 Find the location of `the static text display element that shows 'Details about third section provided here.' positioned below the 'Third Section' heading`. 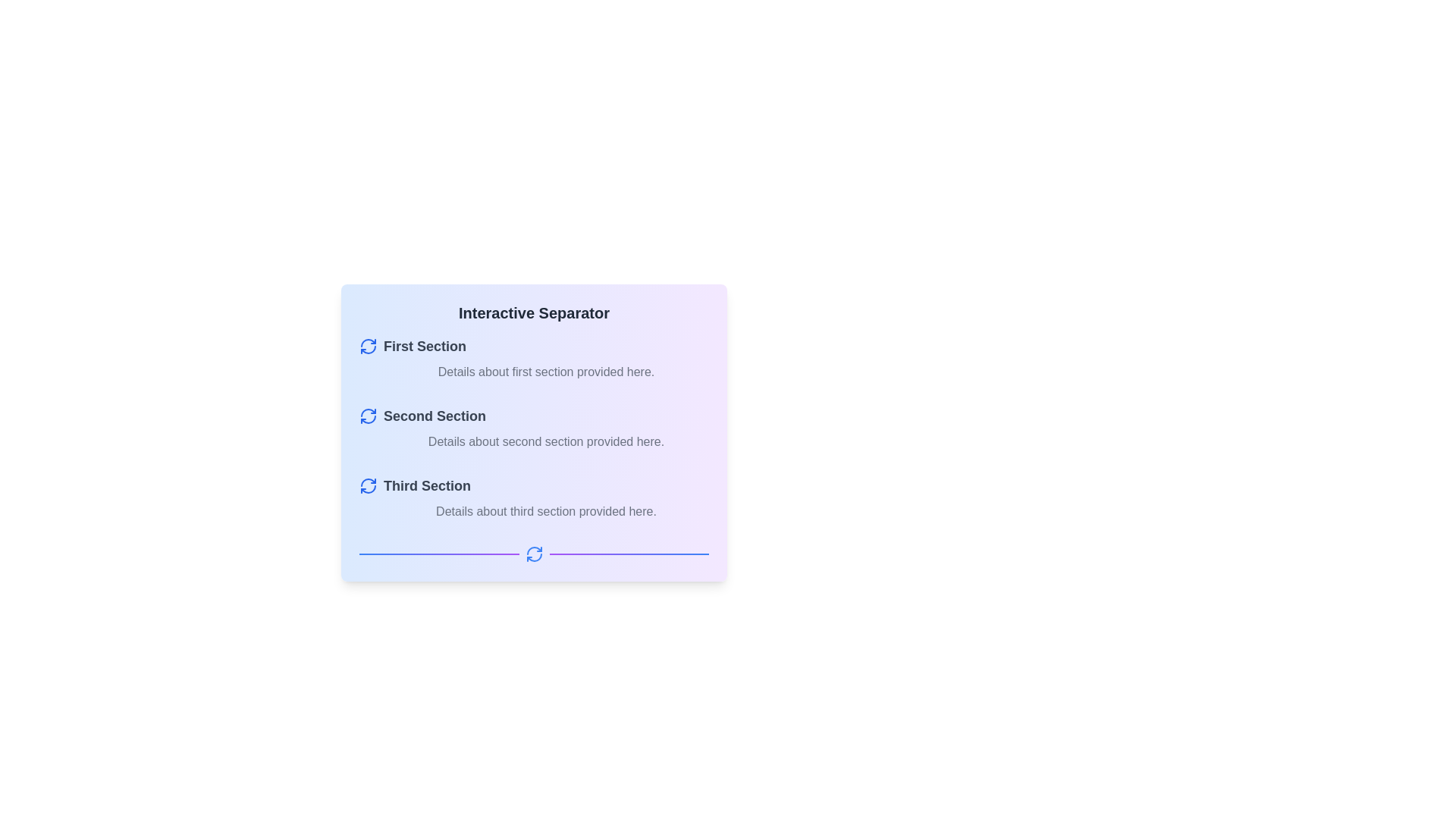

the static text display element that shows 'Details about third section provided here.' positioned below the 'Third Section' heading is located at coordinates (546, 512).